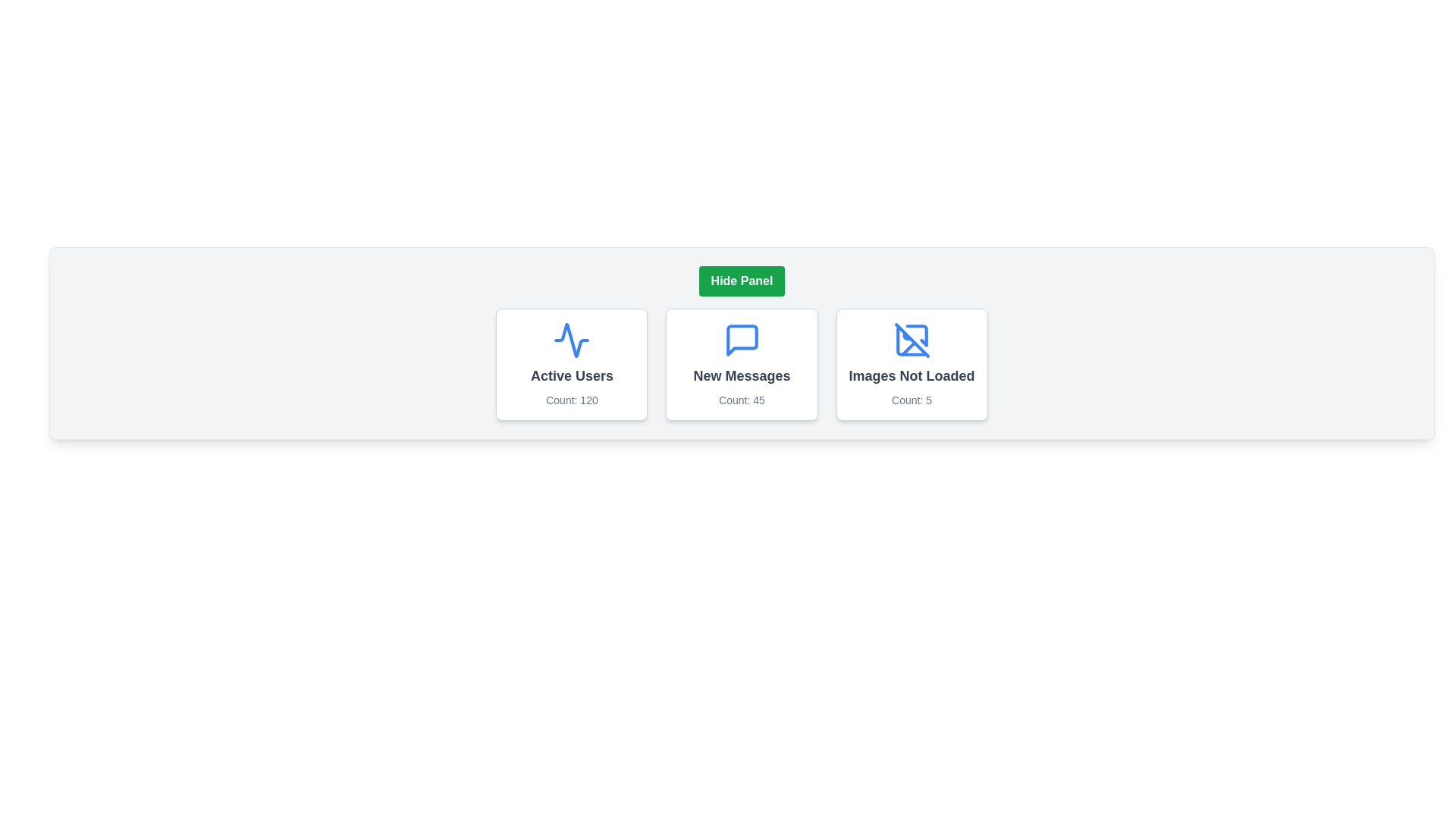 This screenshot has height=819, width=1456. What do you see at coordinates (571, 339) in the screenshot?
I see `the decorative vector graphic icon in the 'Active Users' card, which is part of an SVG structure` at bounding box center [571, 339].